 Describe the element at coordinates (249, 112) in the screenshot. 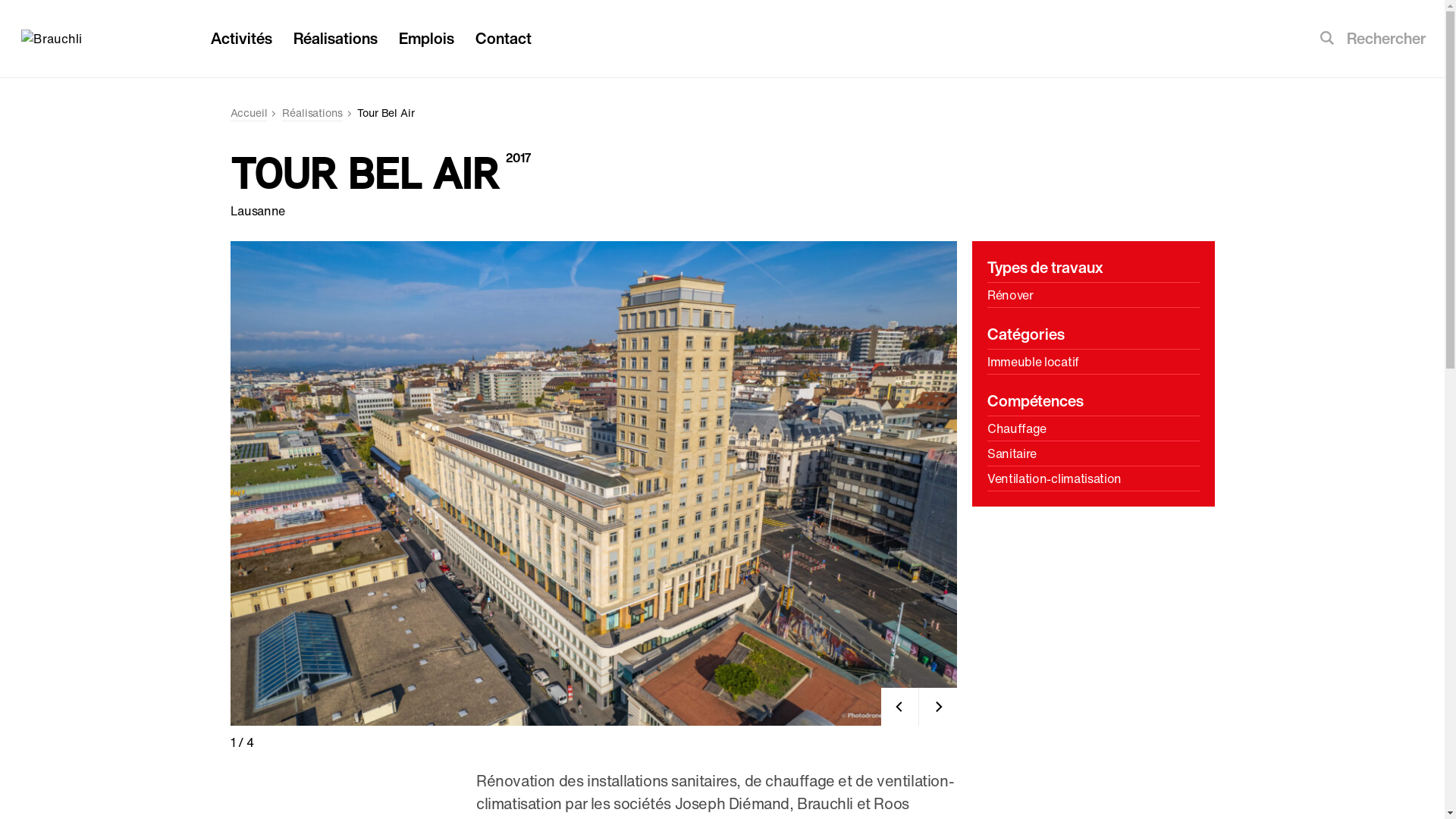

I see `'Accueil'` at that location.